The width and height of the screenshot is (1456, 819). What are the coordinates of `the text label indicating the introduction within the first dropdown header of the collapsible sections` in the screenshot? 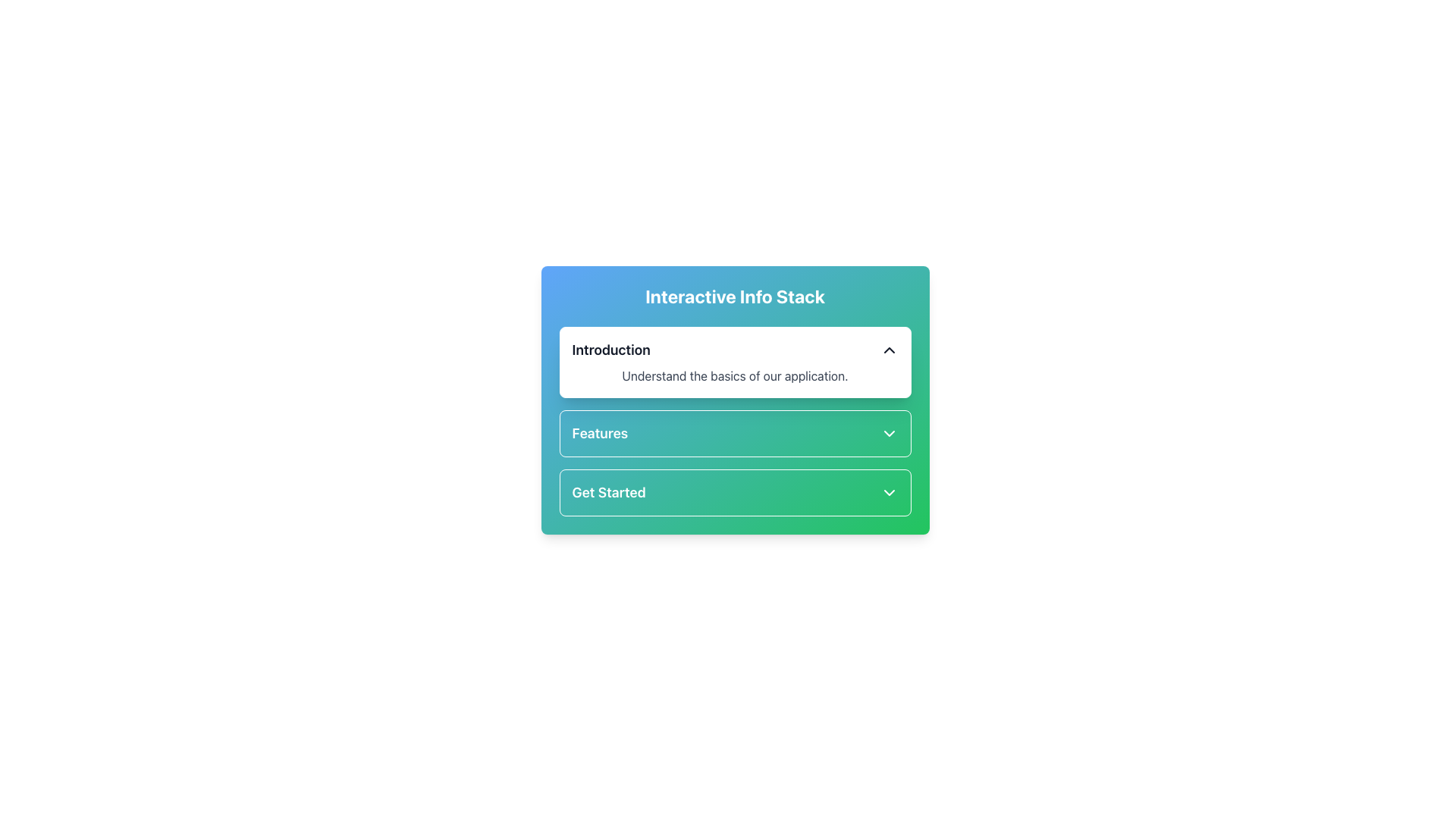 It's located at (611, 350).